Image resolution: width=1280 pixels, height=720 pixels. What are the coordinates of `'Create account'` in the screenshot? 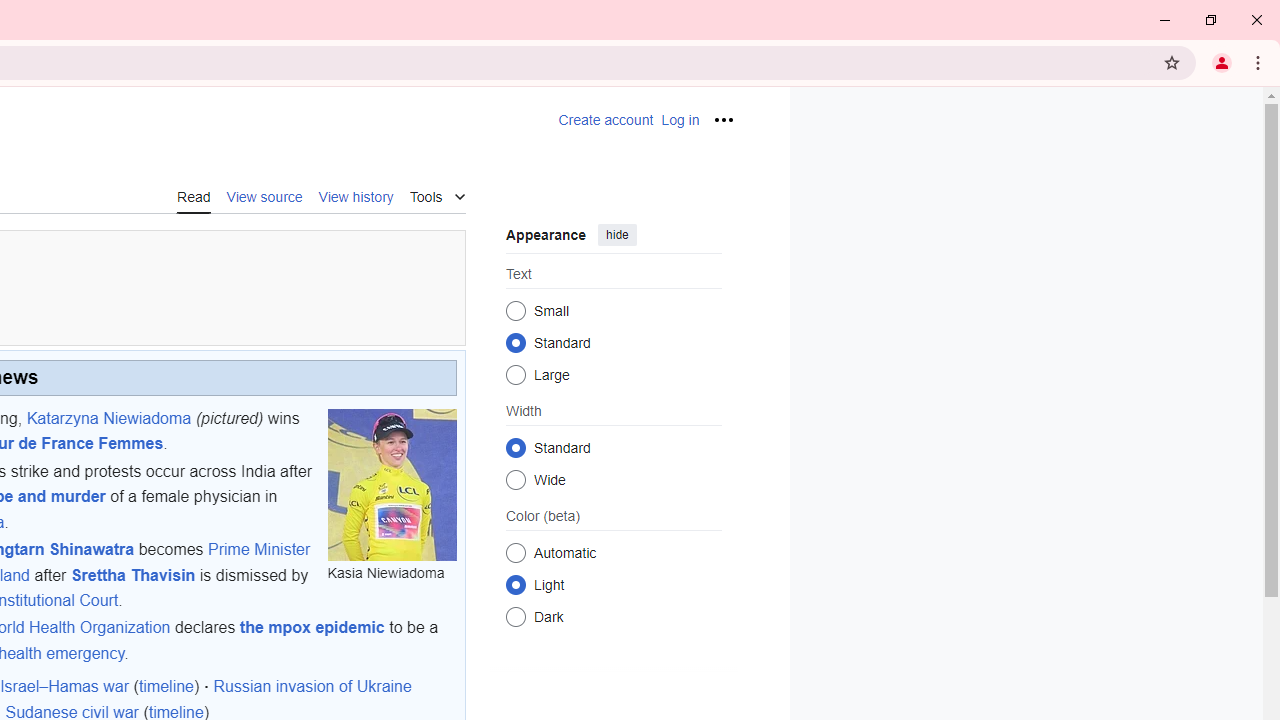 It's located at (605, 120).